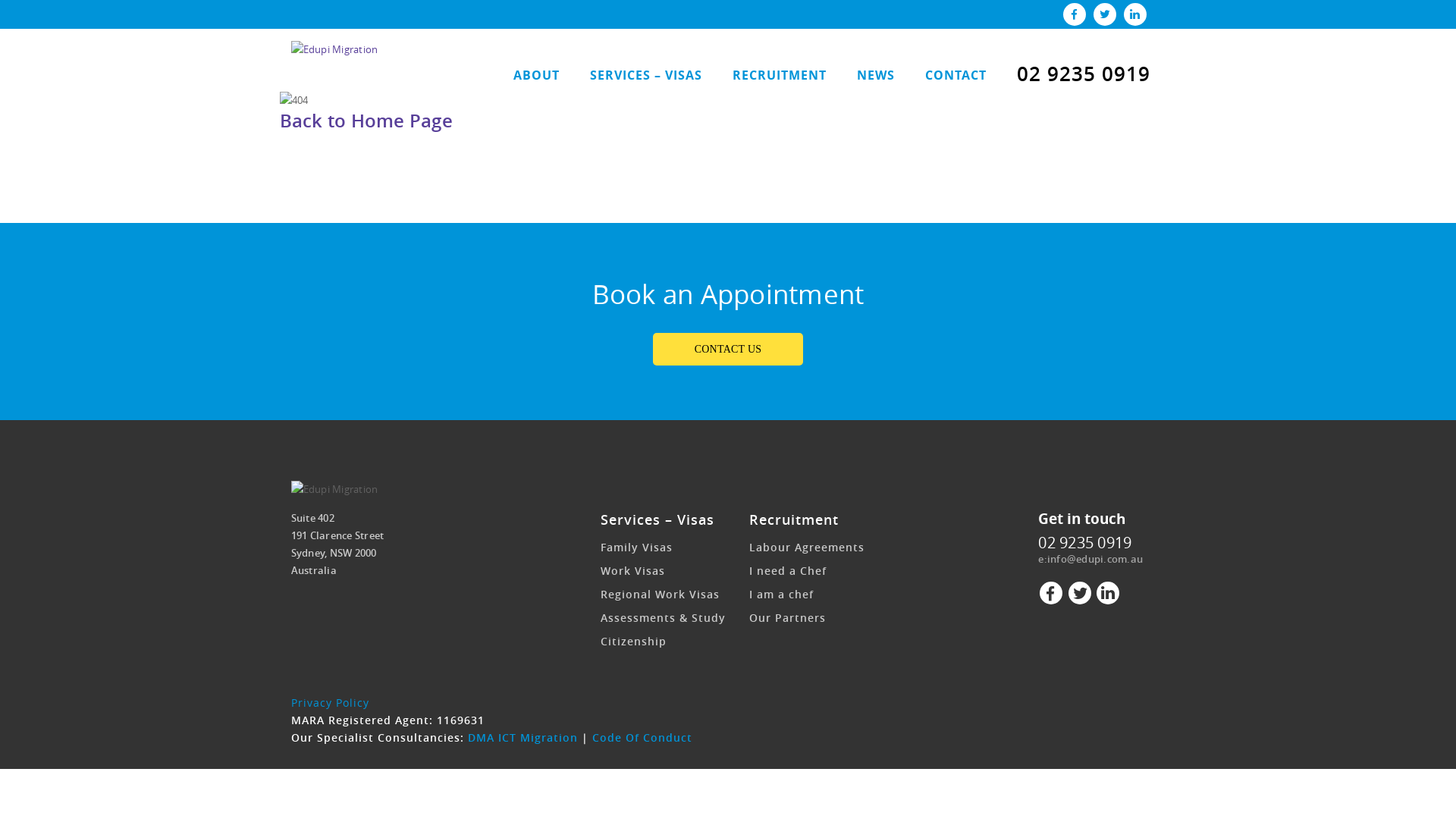 The height and width of the screenshot is (819, 1456). Describe the element at coordinates (749, 547) in the screenshot. I see `'Labour Agreements'` at that location.